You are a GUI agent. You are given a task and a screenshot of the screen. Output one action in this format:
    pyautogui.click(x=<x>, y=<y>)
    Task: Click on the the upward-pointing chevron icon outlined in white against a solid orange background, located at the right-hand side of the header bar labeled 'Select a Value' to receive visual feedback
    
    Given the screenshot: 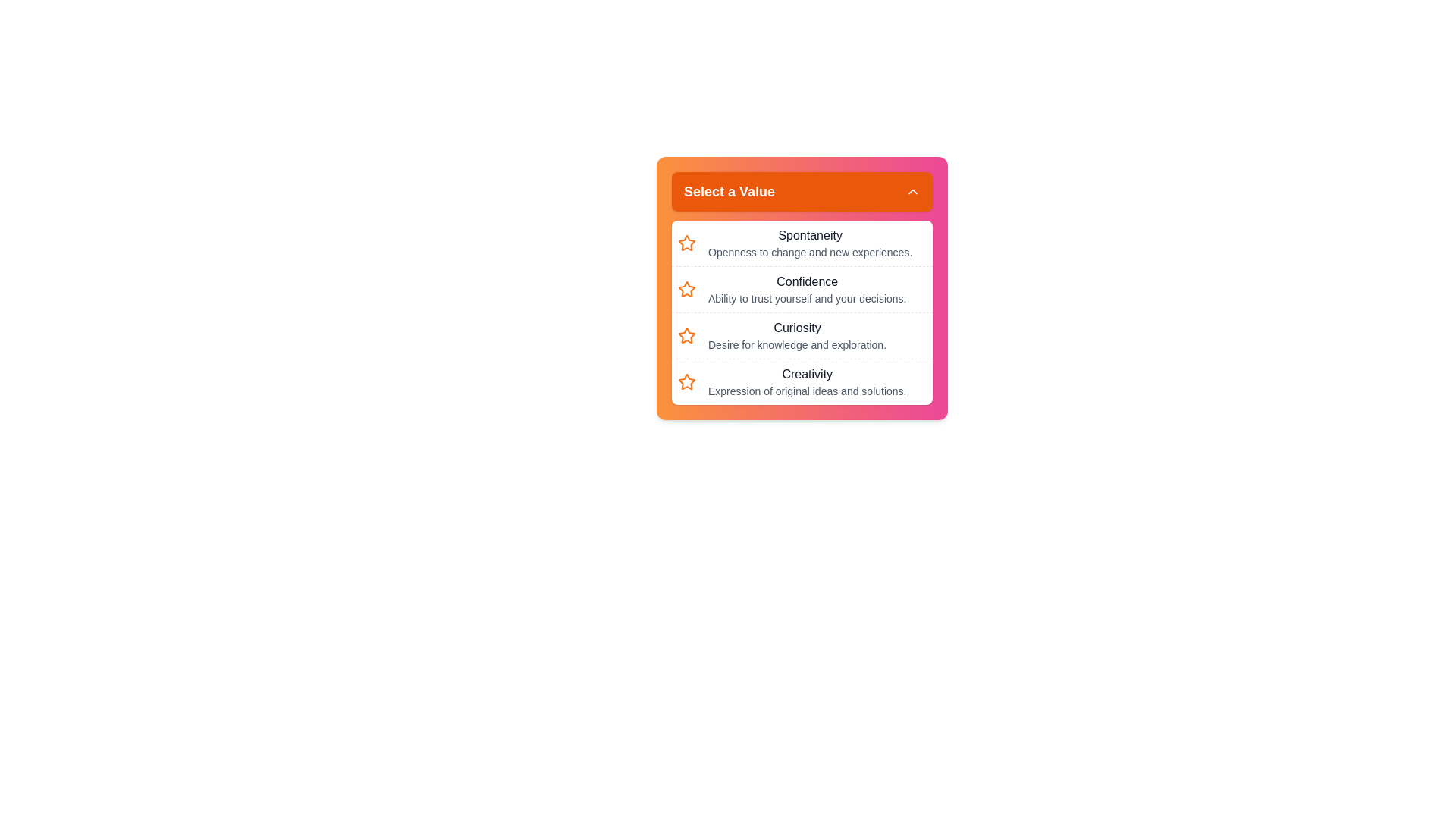 What is the action you would take?
    pyautogui.click(x=912, y=191)
    